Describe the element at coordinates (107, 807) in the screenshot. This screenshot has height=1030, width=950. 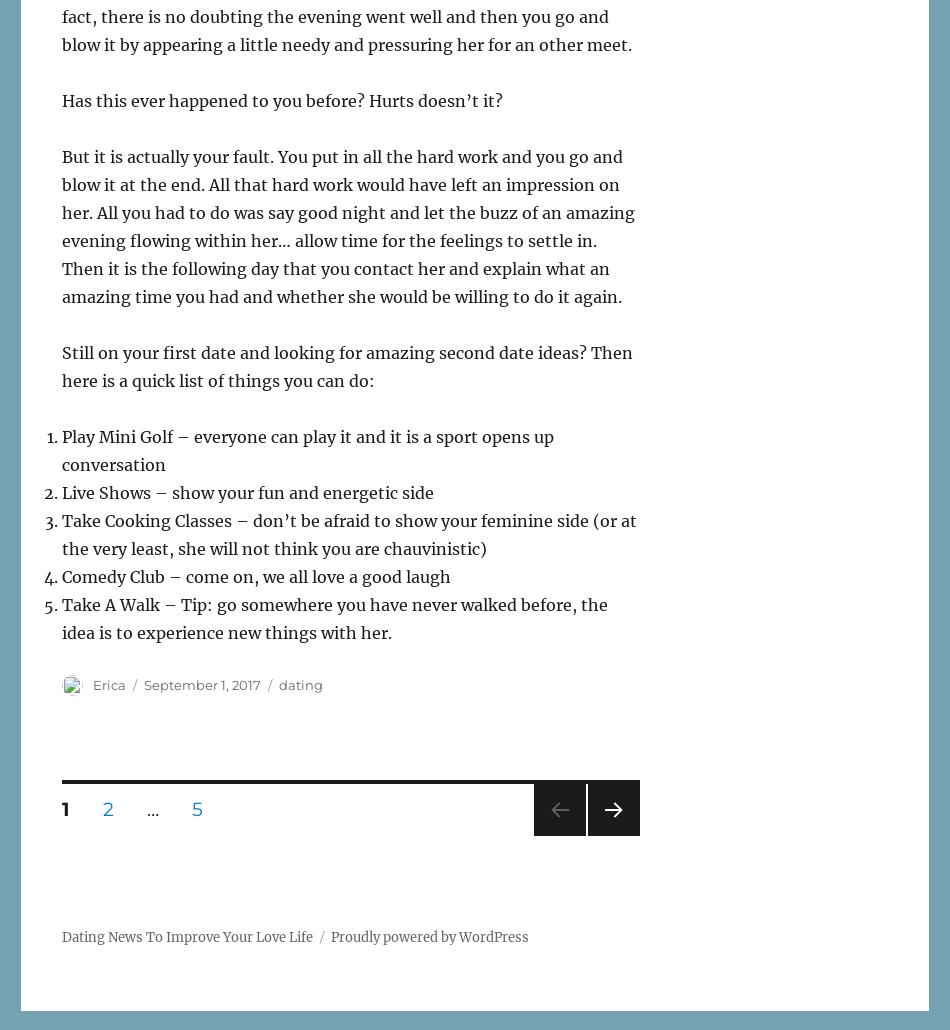
I see `'2'` at that location.